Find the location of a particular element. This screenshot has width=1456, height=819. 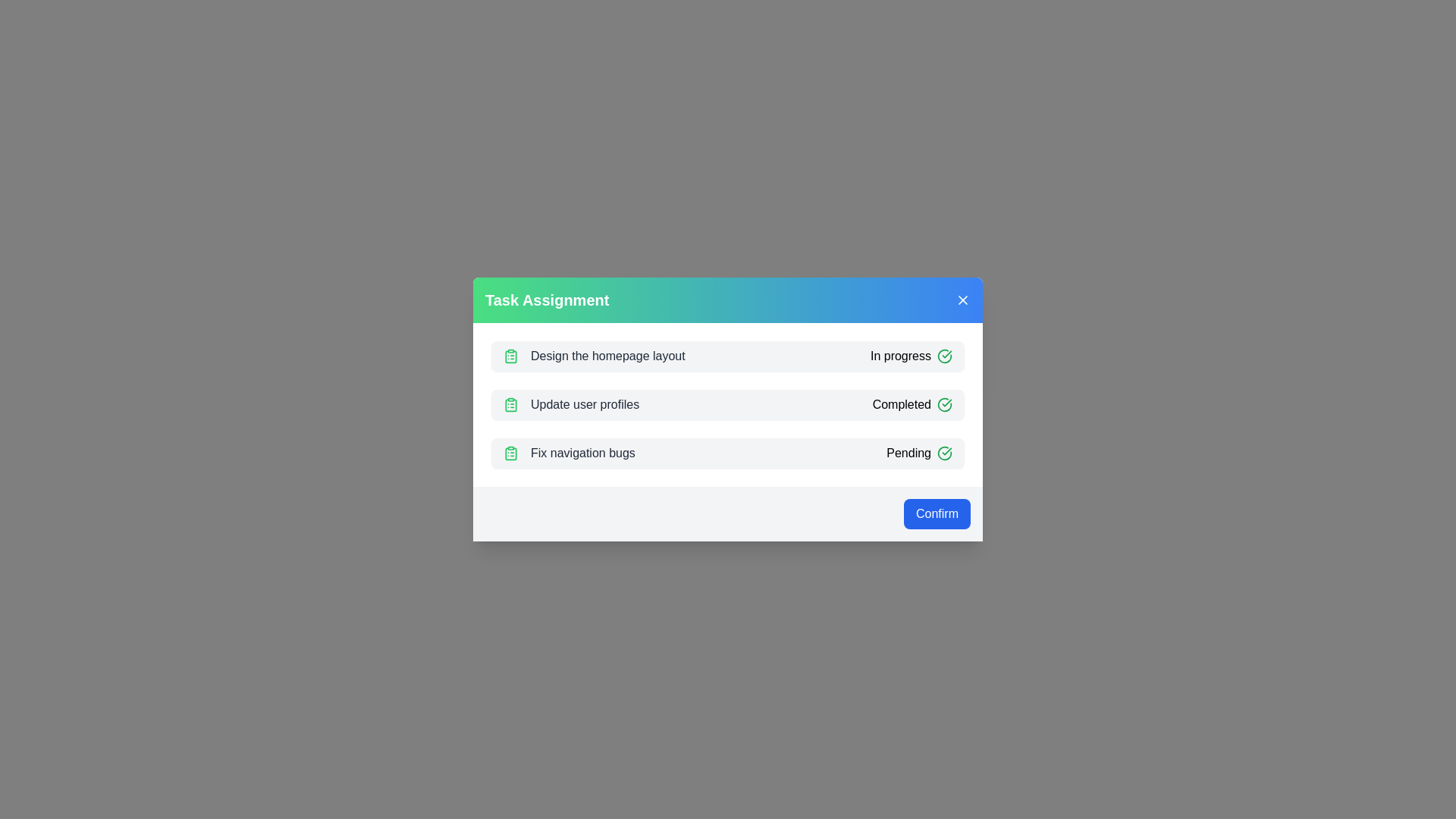

the clipboard icon within the task indicator located in the dialog box's top task item is located at coordinates (510, 356).